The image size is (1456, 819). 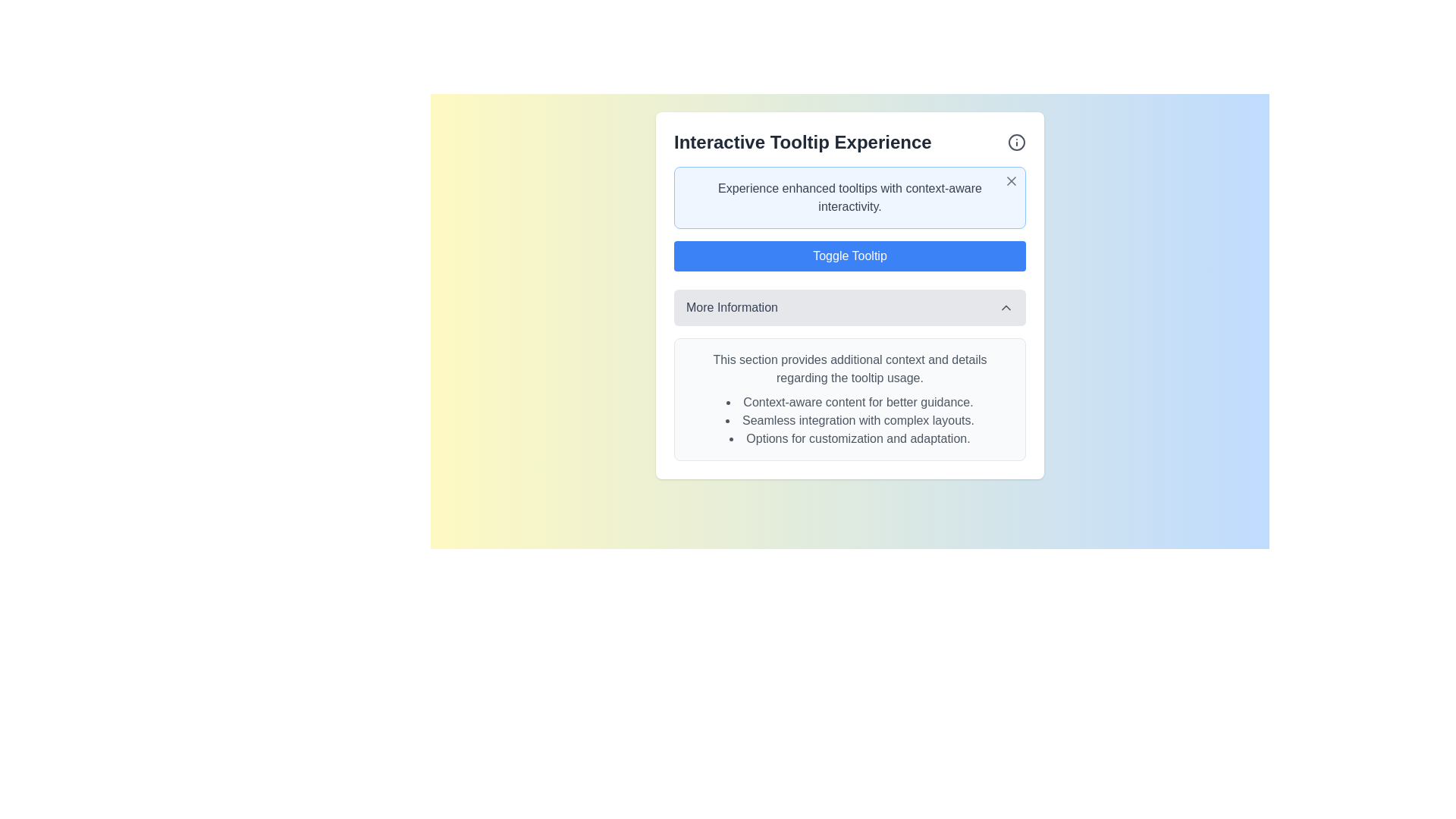 What do you see at coordinates (850, 307) in the screenshot?
I see `the button located below the 'Toggle Tooltip' button` at bounding box center [850, 307].